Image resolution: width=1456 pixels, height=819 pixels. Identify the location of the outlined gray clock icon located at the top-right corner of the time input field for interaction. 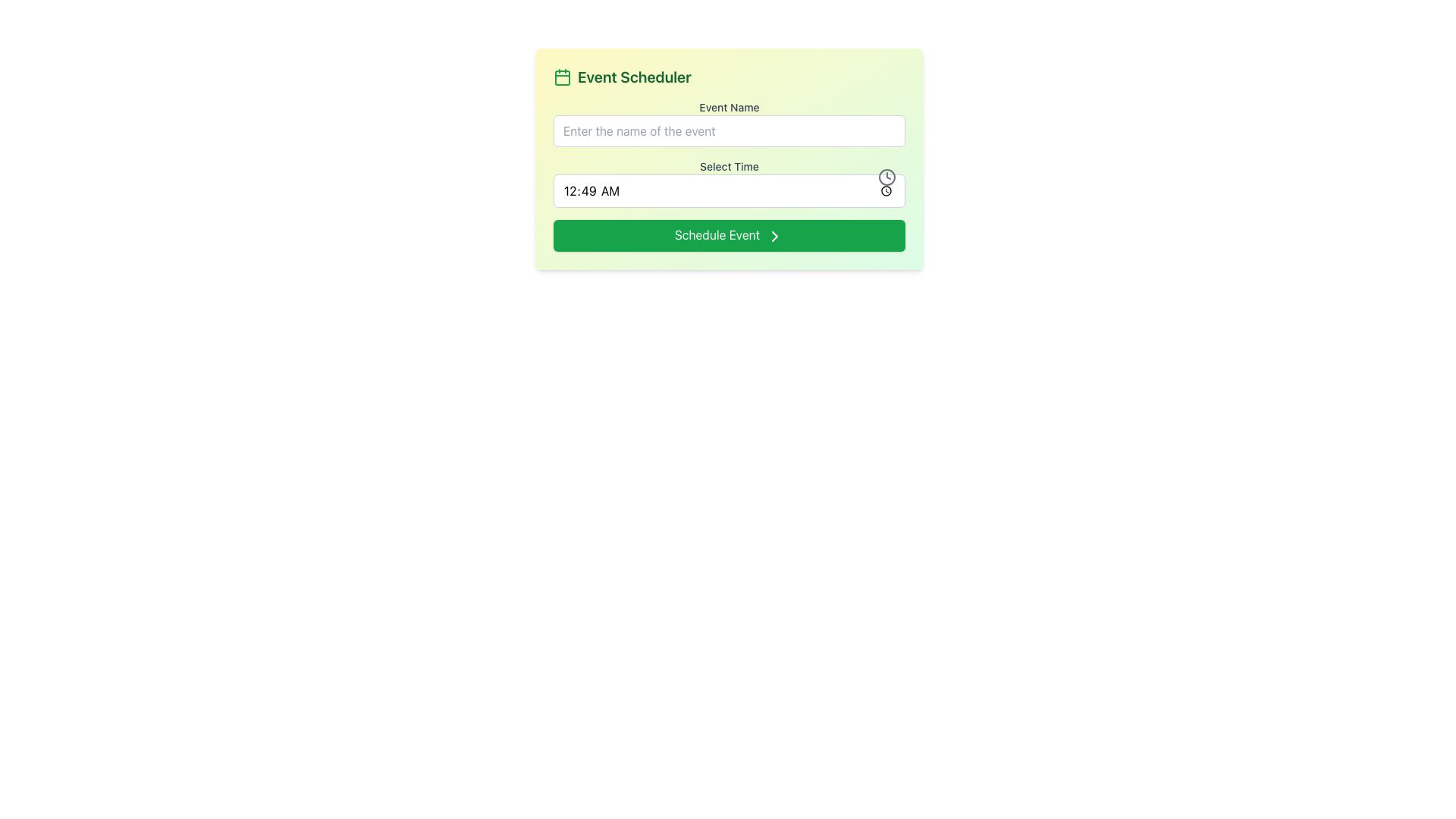
(887, 177).